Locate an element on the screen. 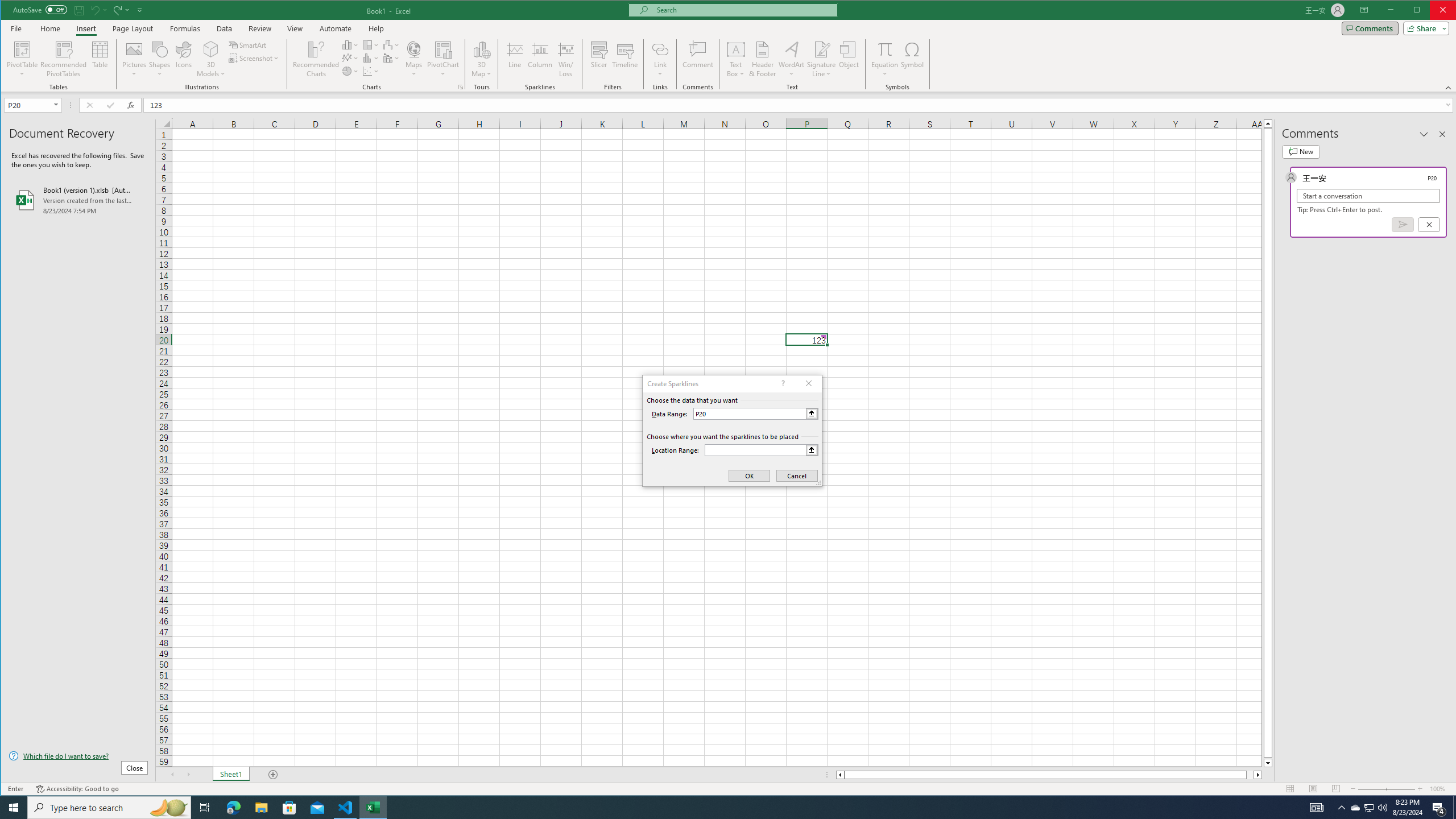 Image resolution: width=1456 pixels, height=819 pixels. 'Sheet1' is located at coordinates (230, 775).